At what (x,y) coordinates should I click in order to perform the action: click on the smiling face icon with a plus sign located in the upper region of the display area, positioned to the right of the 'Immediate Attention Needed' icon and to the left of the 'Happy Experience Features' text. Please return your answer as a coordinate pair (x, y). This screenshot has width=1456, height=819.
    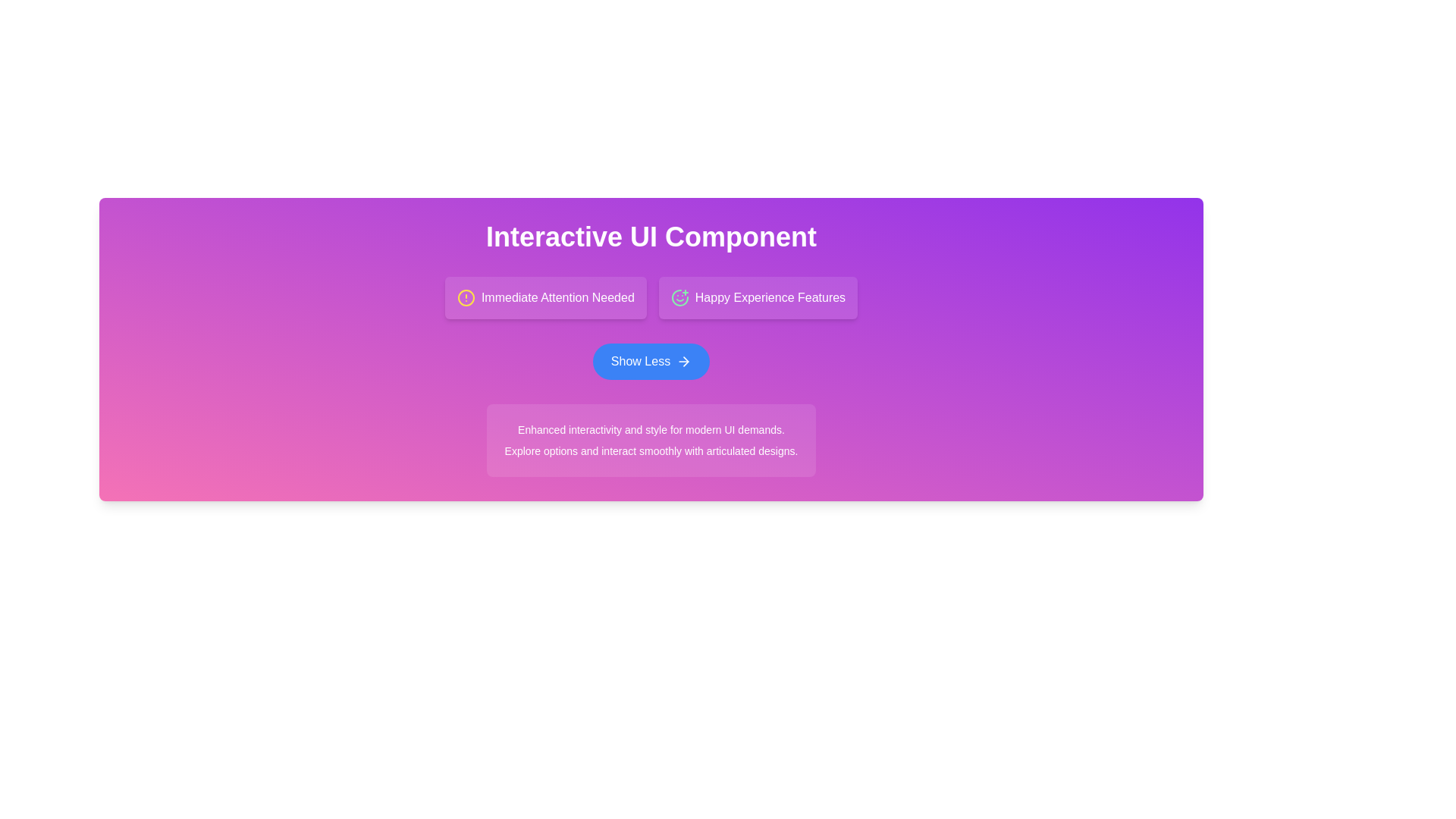
    Looking at the image, I should click on (679, 298).